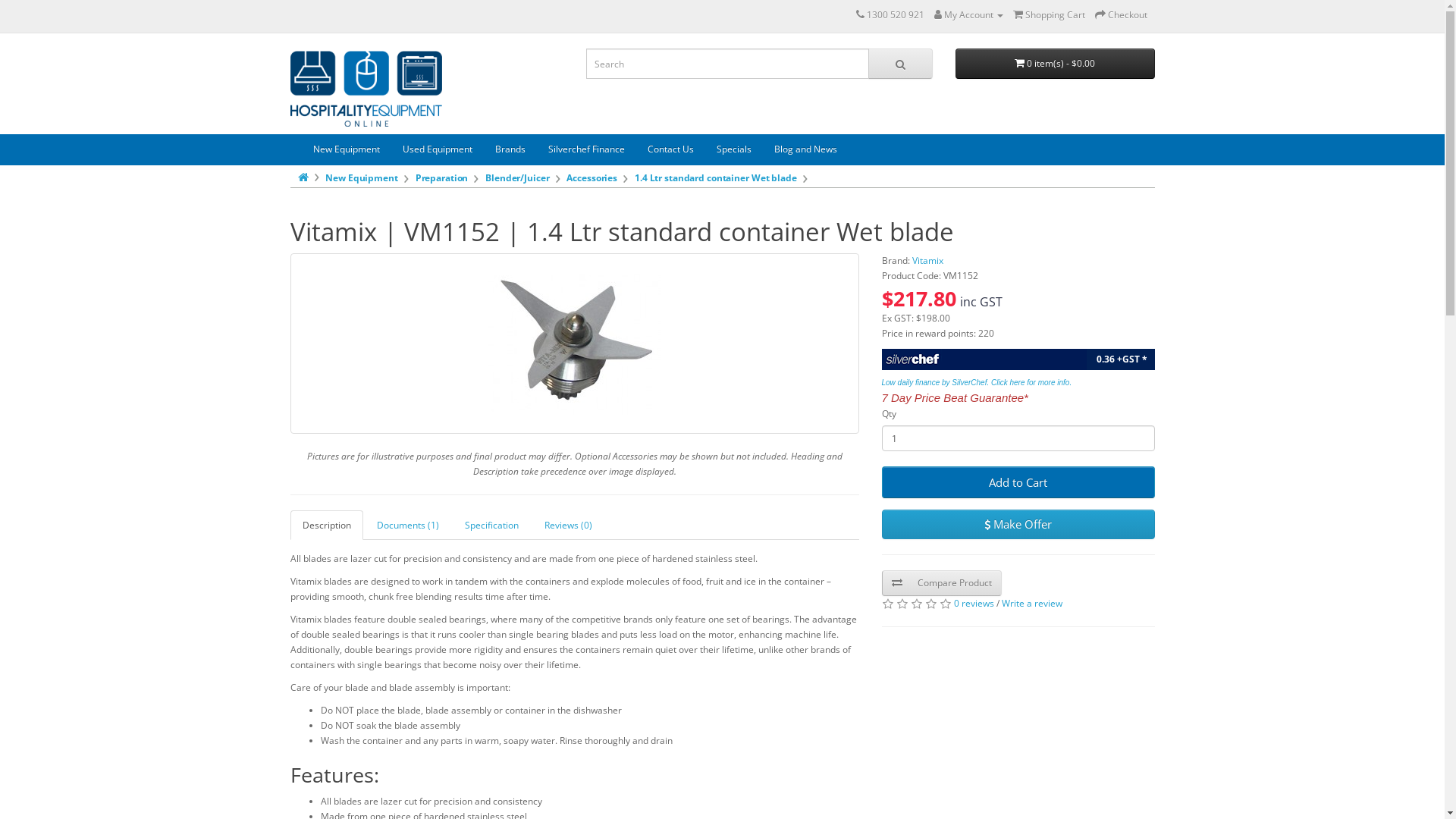  I want to click on 'Brands', so click(510, 149).